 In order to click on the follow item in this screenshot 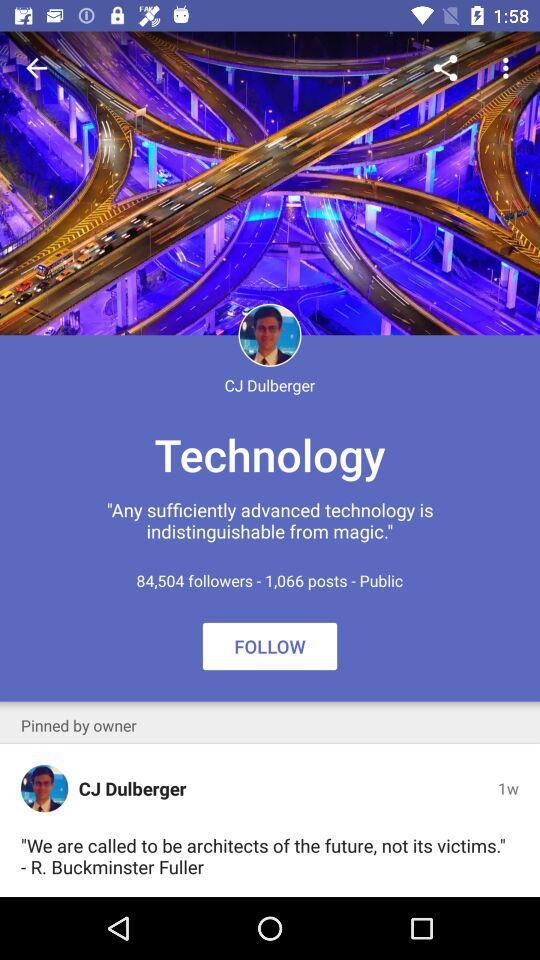, I will do `click(270, 645)`.